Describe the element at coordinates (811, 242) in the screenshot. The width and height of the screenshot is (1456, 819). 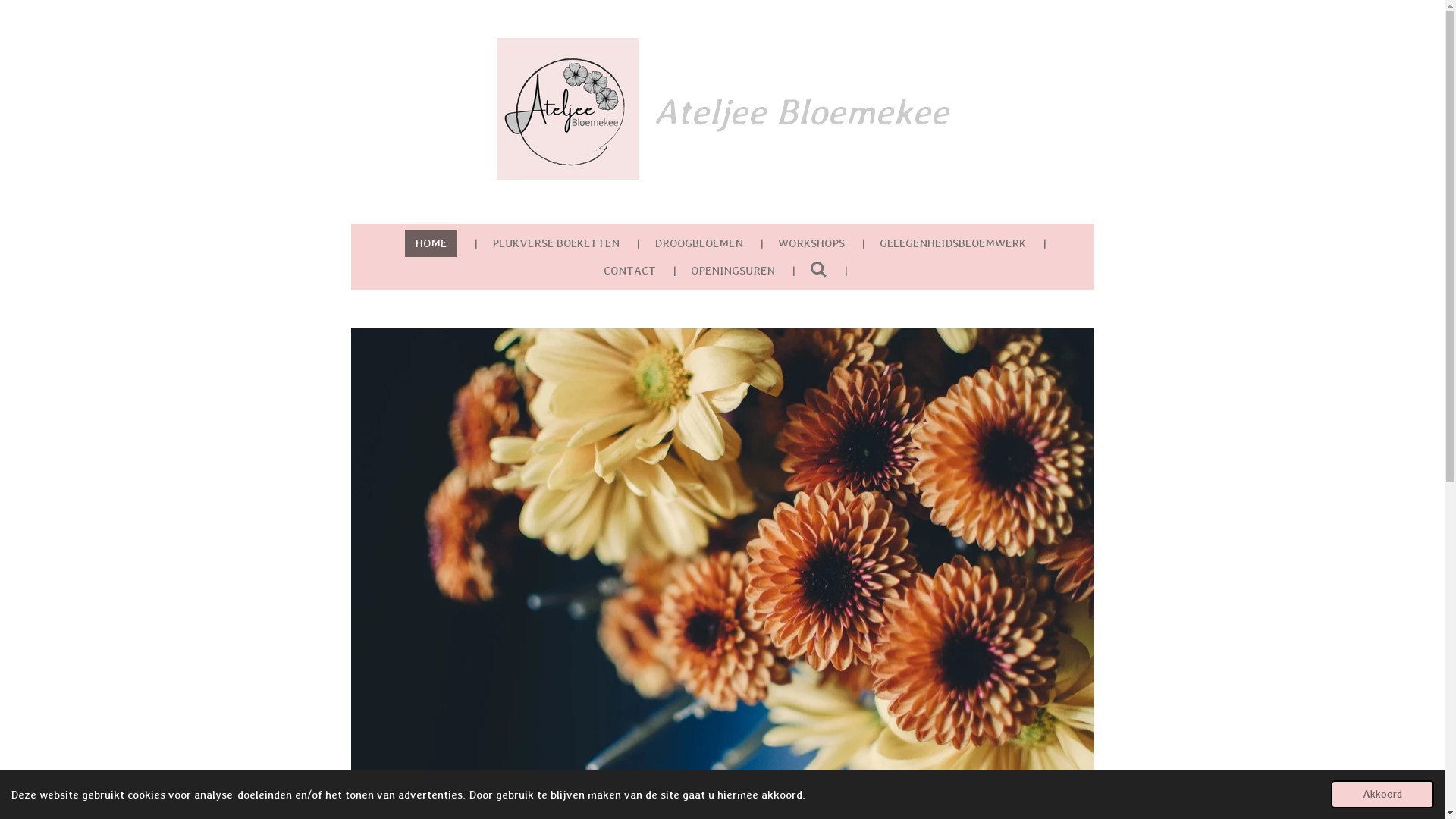
I see `'WORKSHOPS'` at that location.